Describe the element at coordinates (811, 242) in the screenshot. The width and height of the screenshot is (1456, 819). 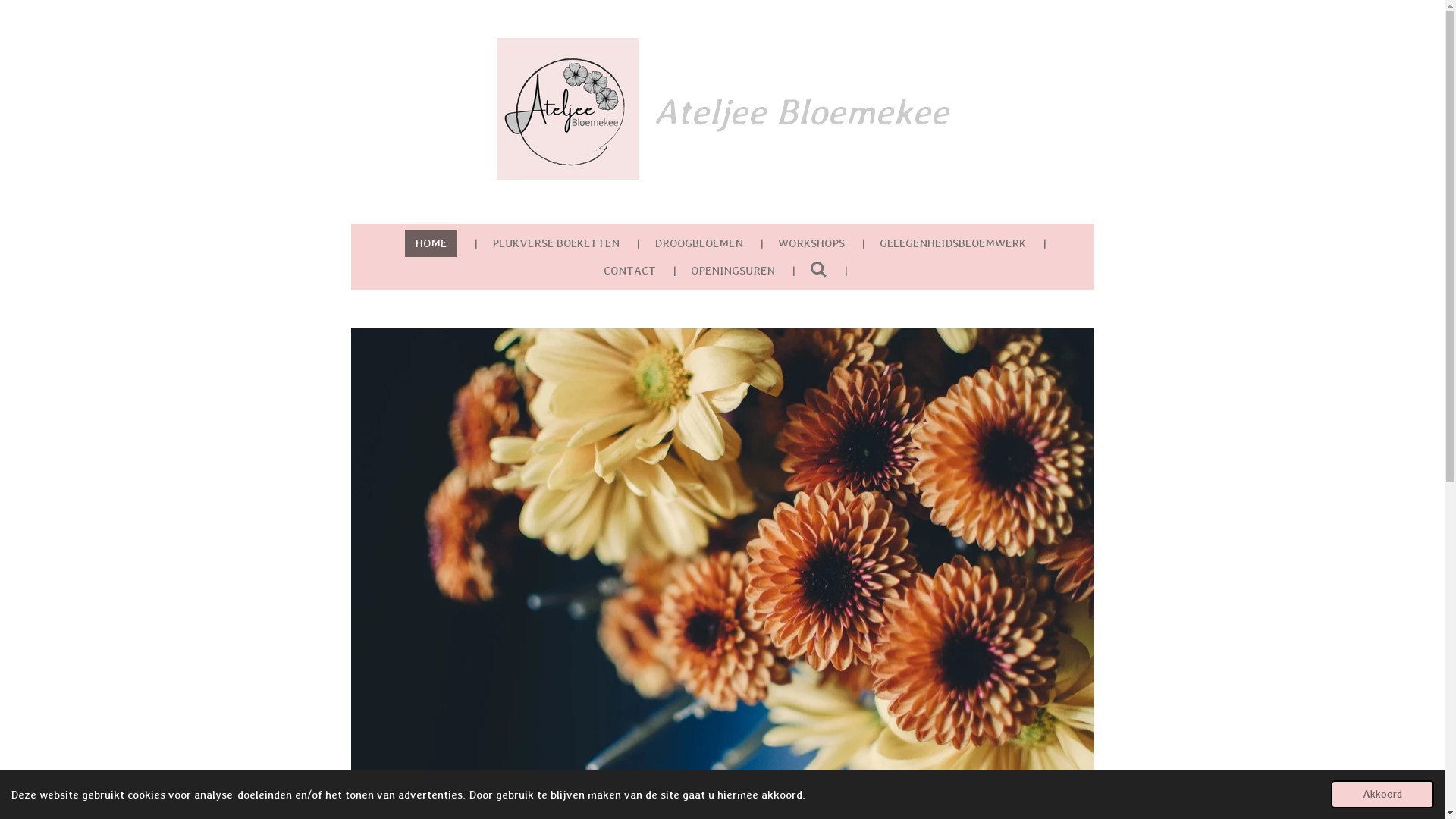
I see `'WORKSHOPS'` at that location.